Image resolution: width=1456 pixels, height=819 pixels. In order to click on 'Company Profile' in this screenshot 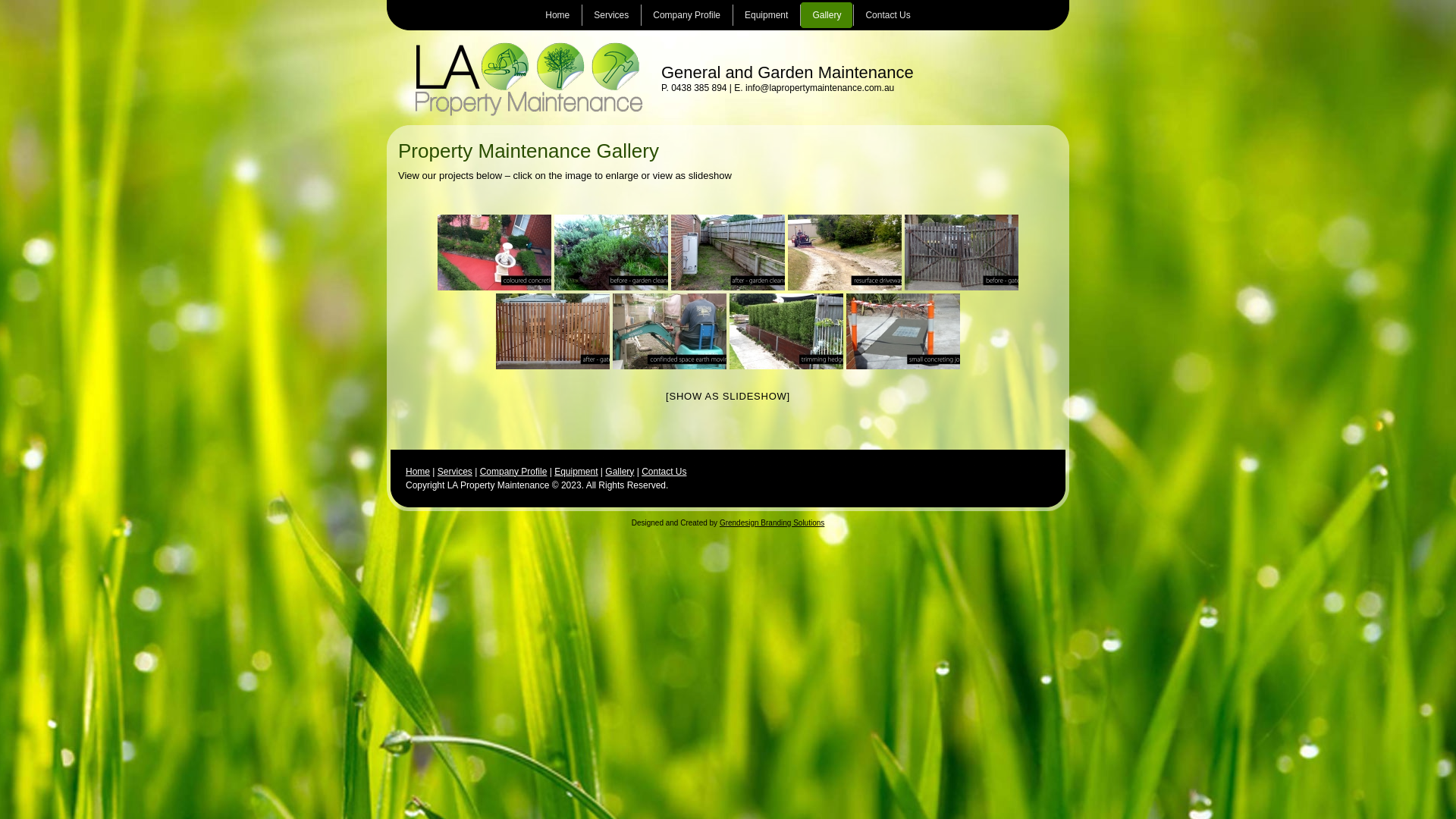, I will do `click(686, 14)`.